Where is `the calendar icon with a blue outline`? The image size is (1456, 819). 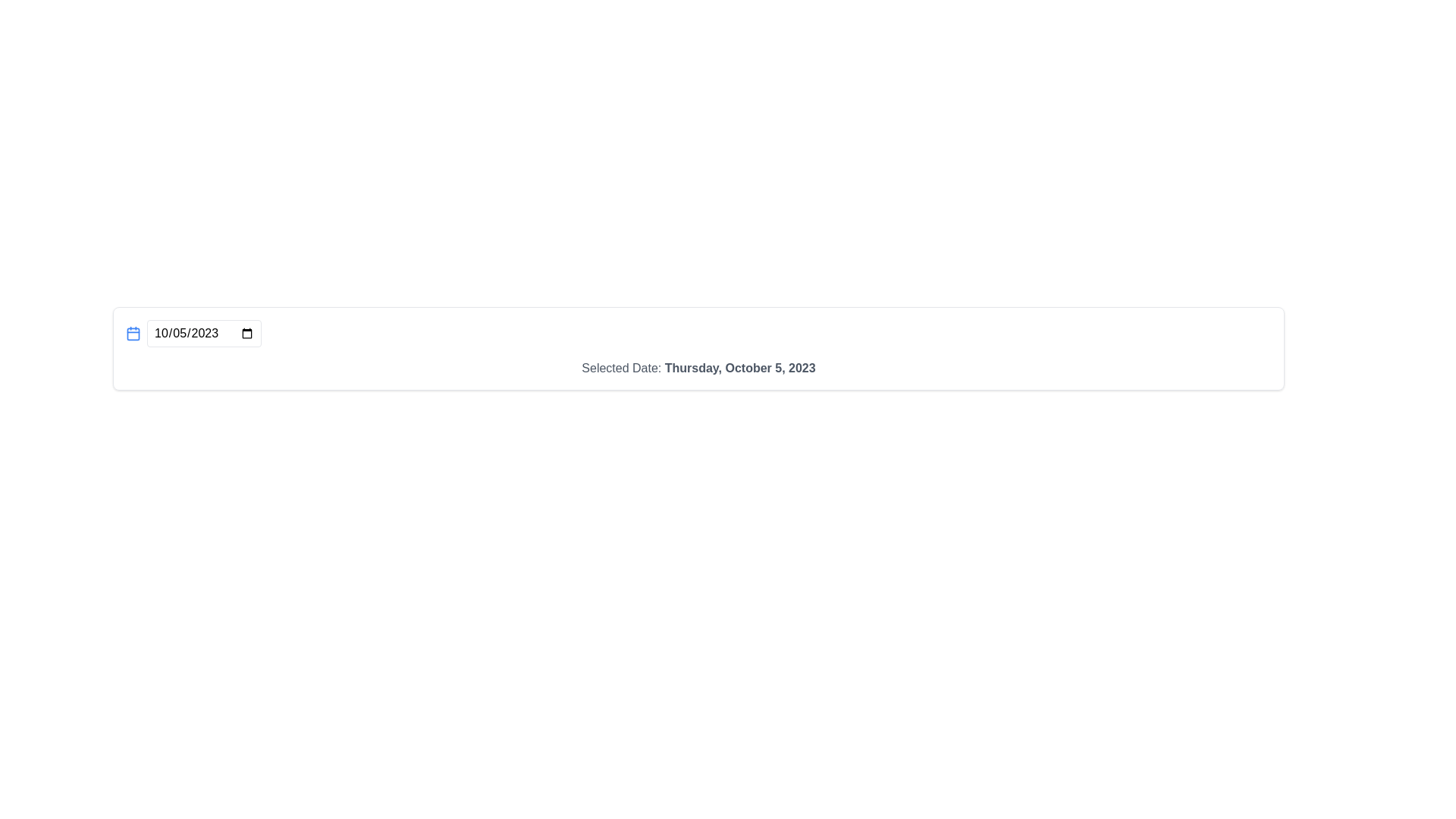 the calendar icon with a blue outline is located at coordinates (133, 332).